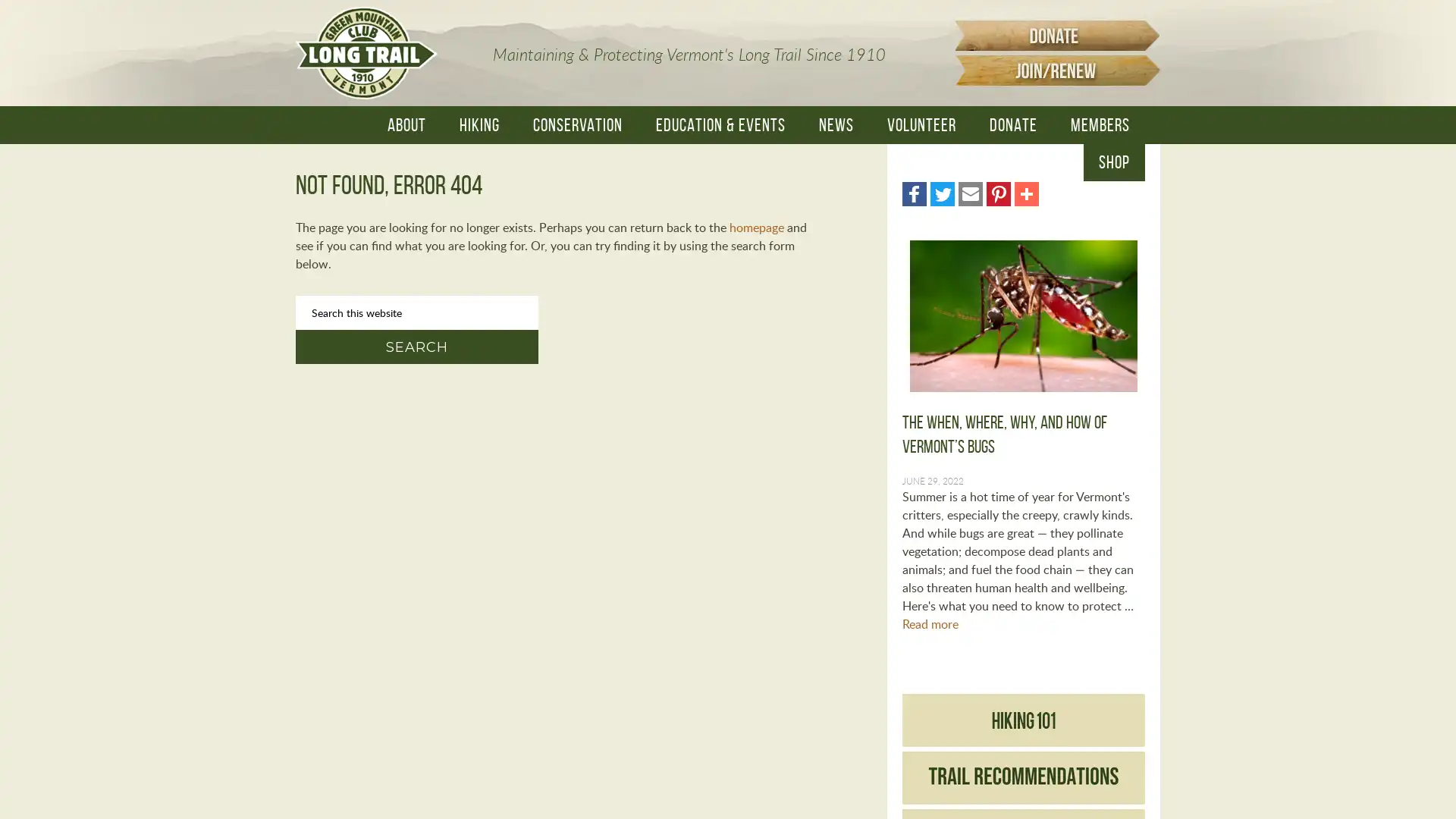  I want to click on Search, so click(417, 347).